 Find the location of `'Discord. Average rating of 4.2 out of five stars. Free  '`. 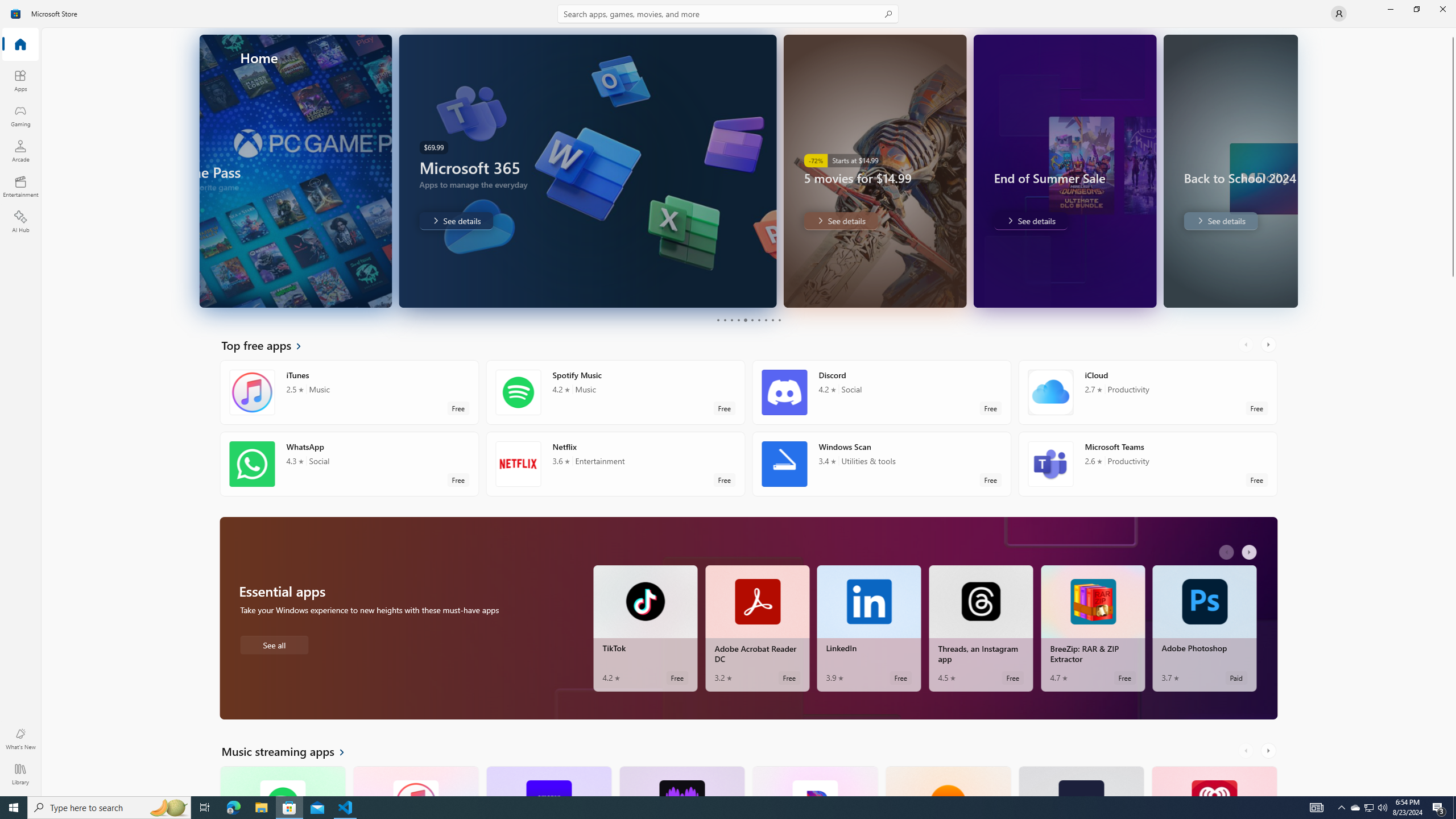

'Discord. Average rating of 4.2 out of five stars. Free  ' is located at coordinates (881, 392).